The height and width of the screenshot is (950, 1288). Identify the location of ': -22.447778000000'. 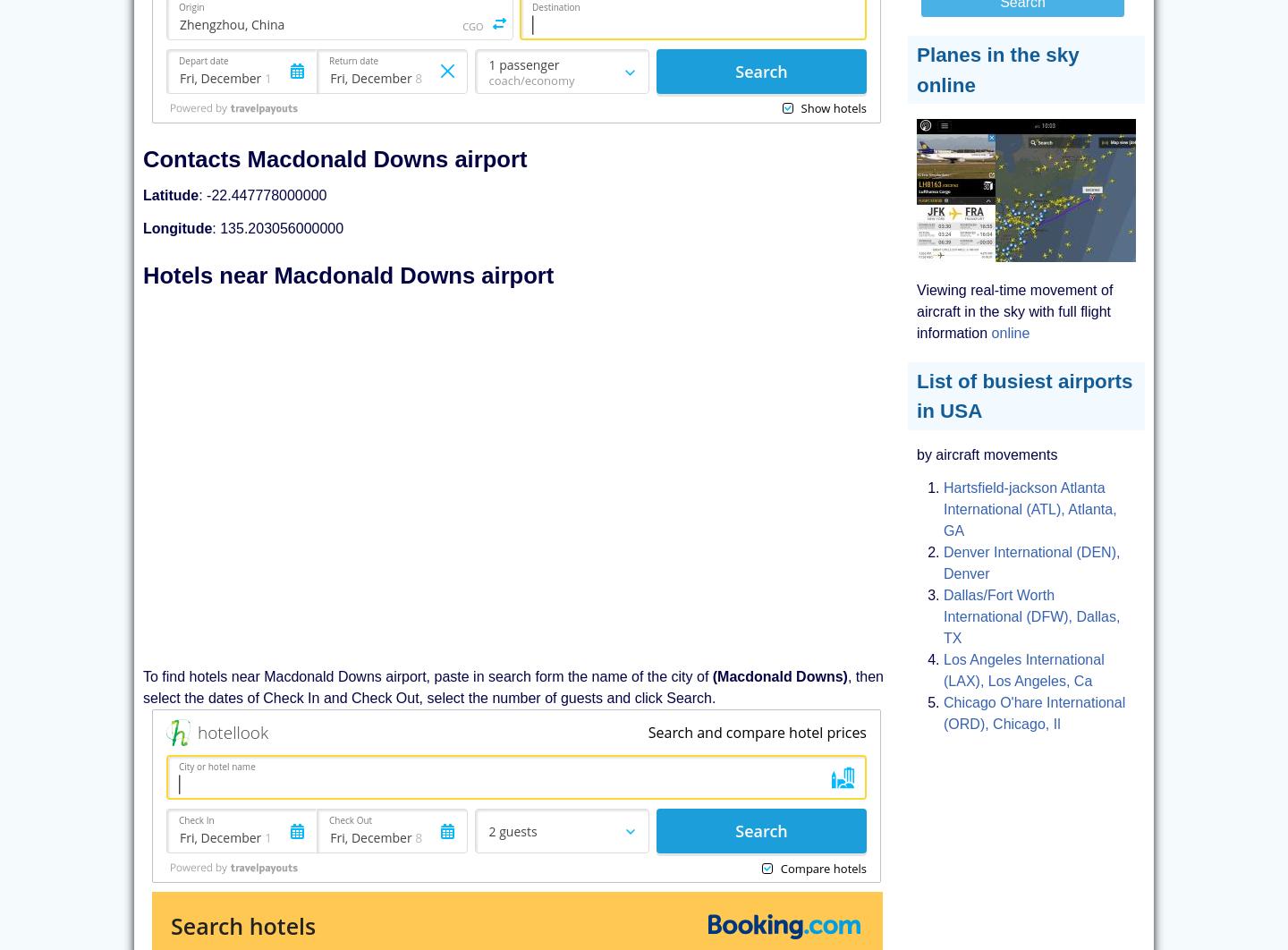
(261, 195).